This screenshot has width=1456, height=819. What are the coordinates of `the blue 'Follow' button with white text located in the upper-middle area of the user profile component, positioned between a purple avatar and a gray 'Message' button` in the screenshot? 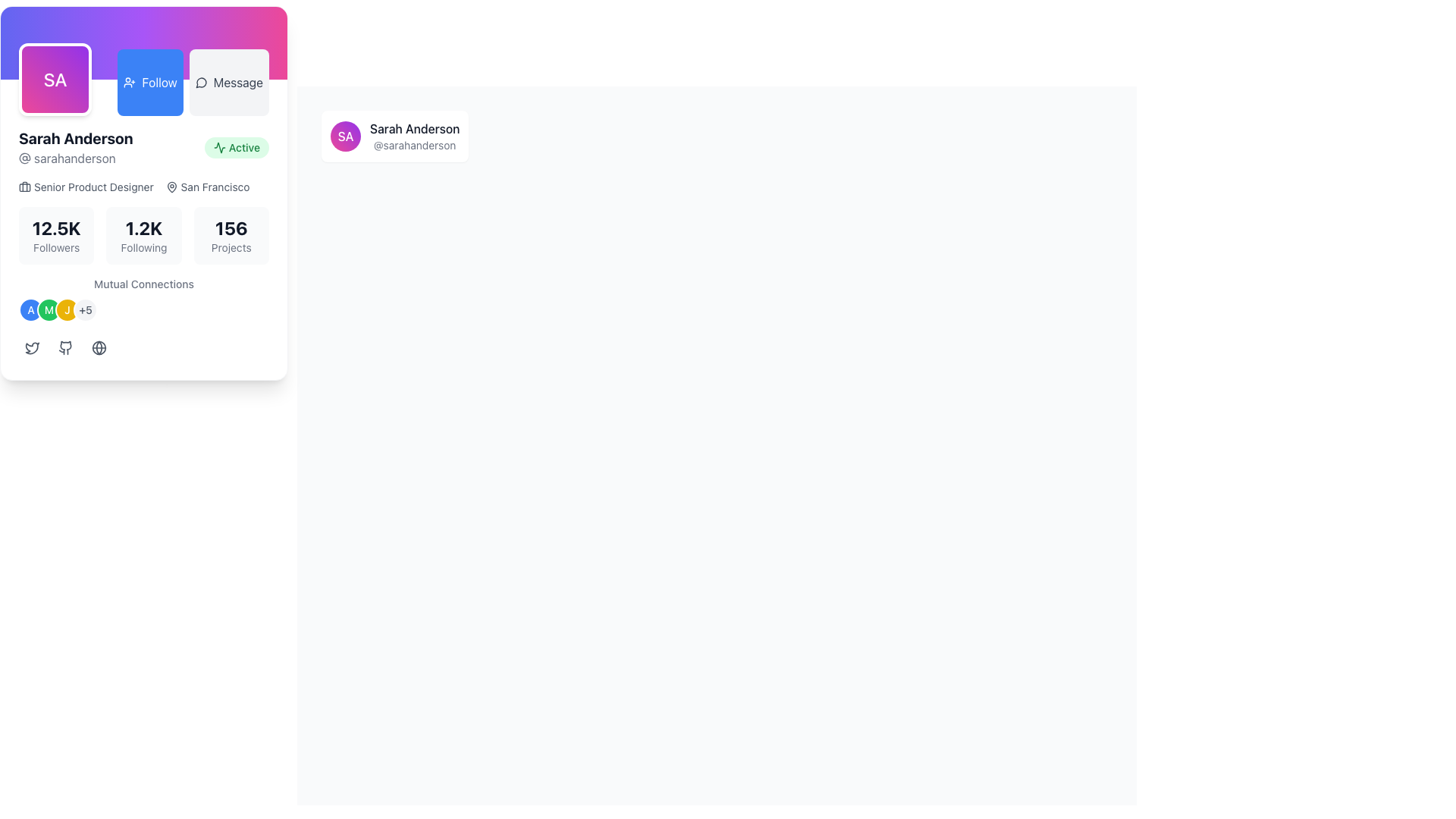 It's located at (144, 79).